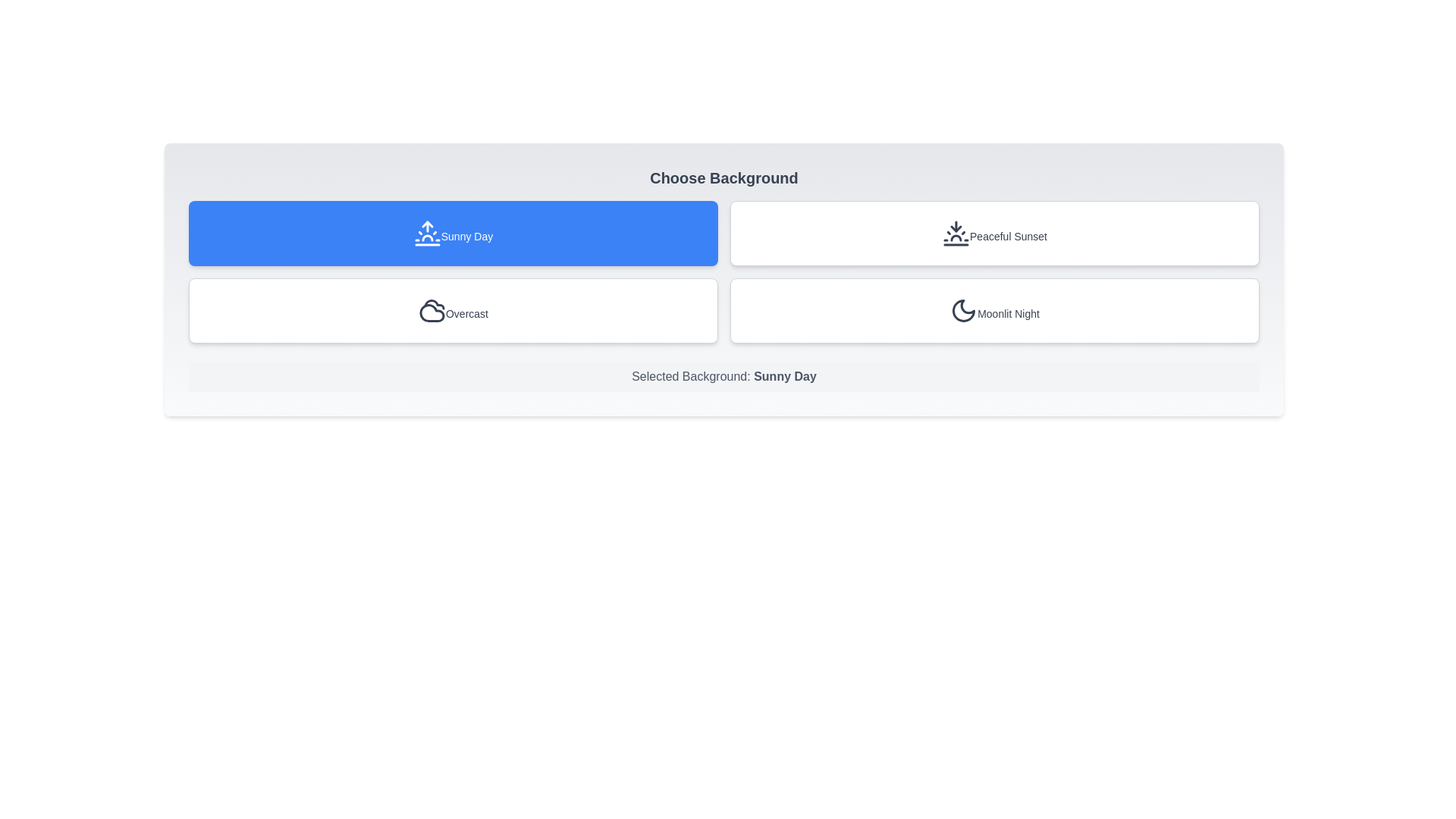  I want to click on the background Overcast by clicking its corresponding button, so click(453, 309).